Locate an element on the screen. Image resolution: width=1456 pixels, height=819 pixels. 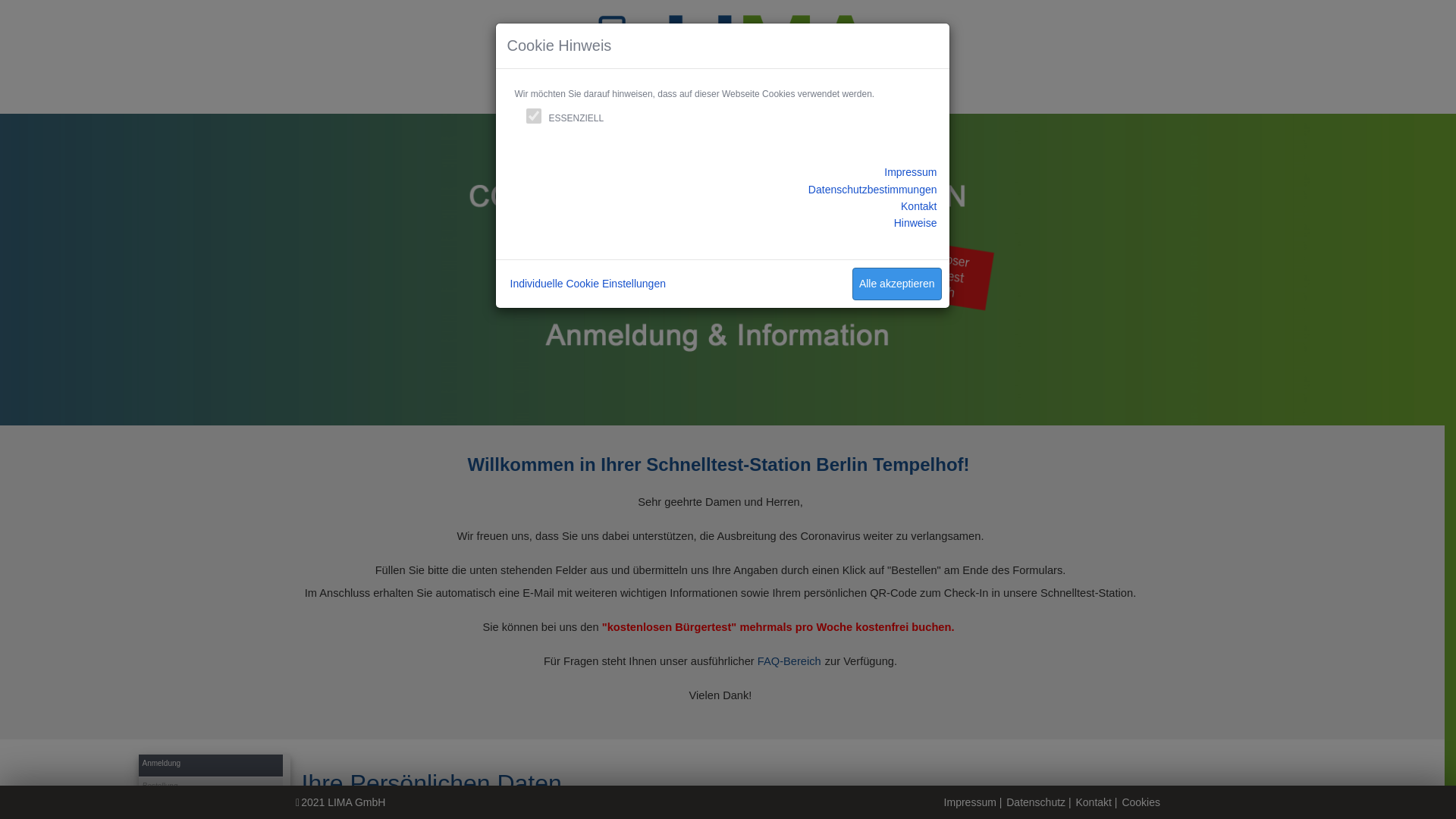
'Datenschutz' is located at coordinates (1035, 801).